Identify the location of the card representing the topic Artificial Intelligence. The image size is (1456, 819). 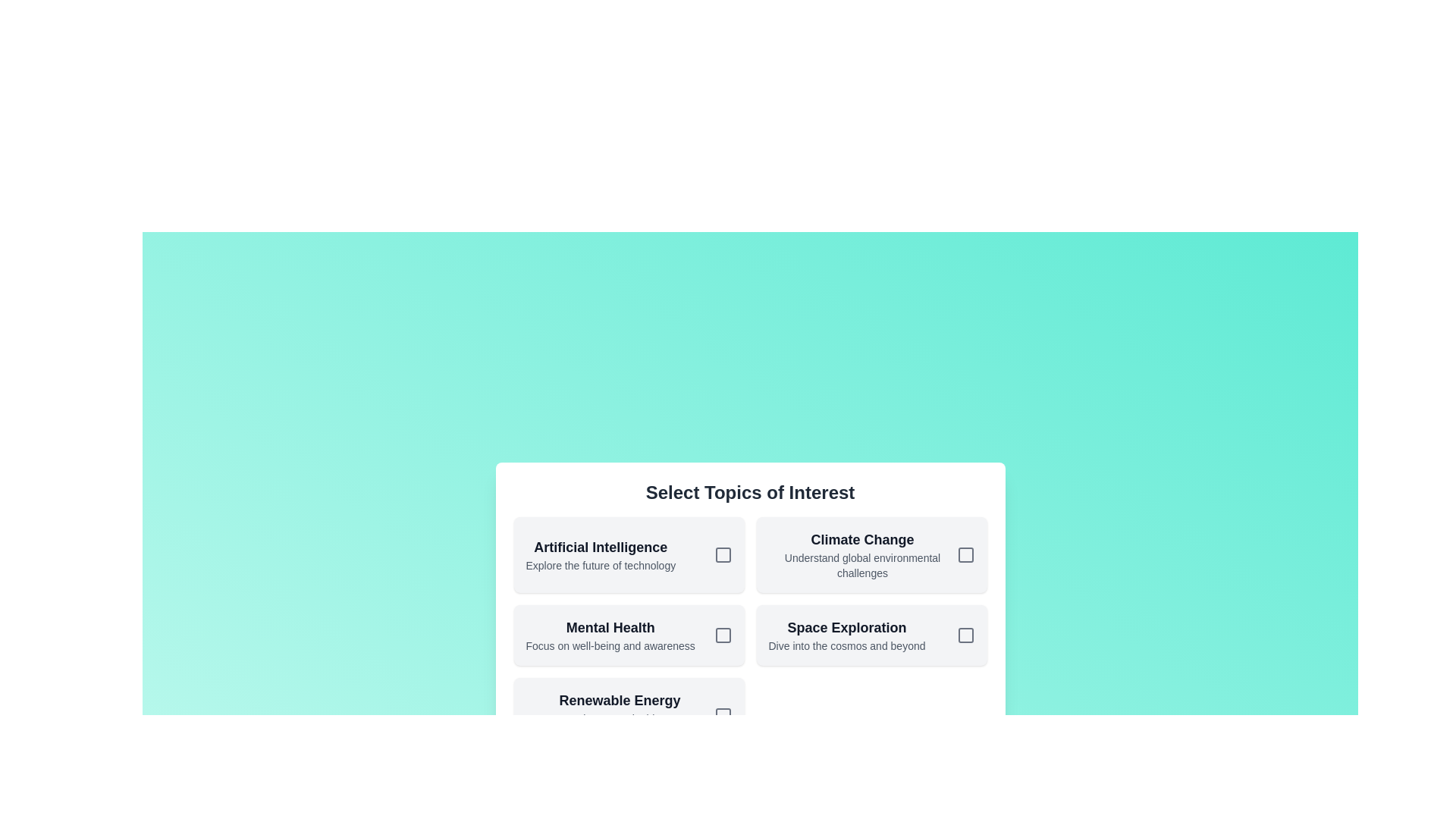
(629, 555).